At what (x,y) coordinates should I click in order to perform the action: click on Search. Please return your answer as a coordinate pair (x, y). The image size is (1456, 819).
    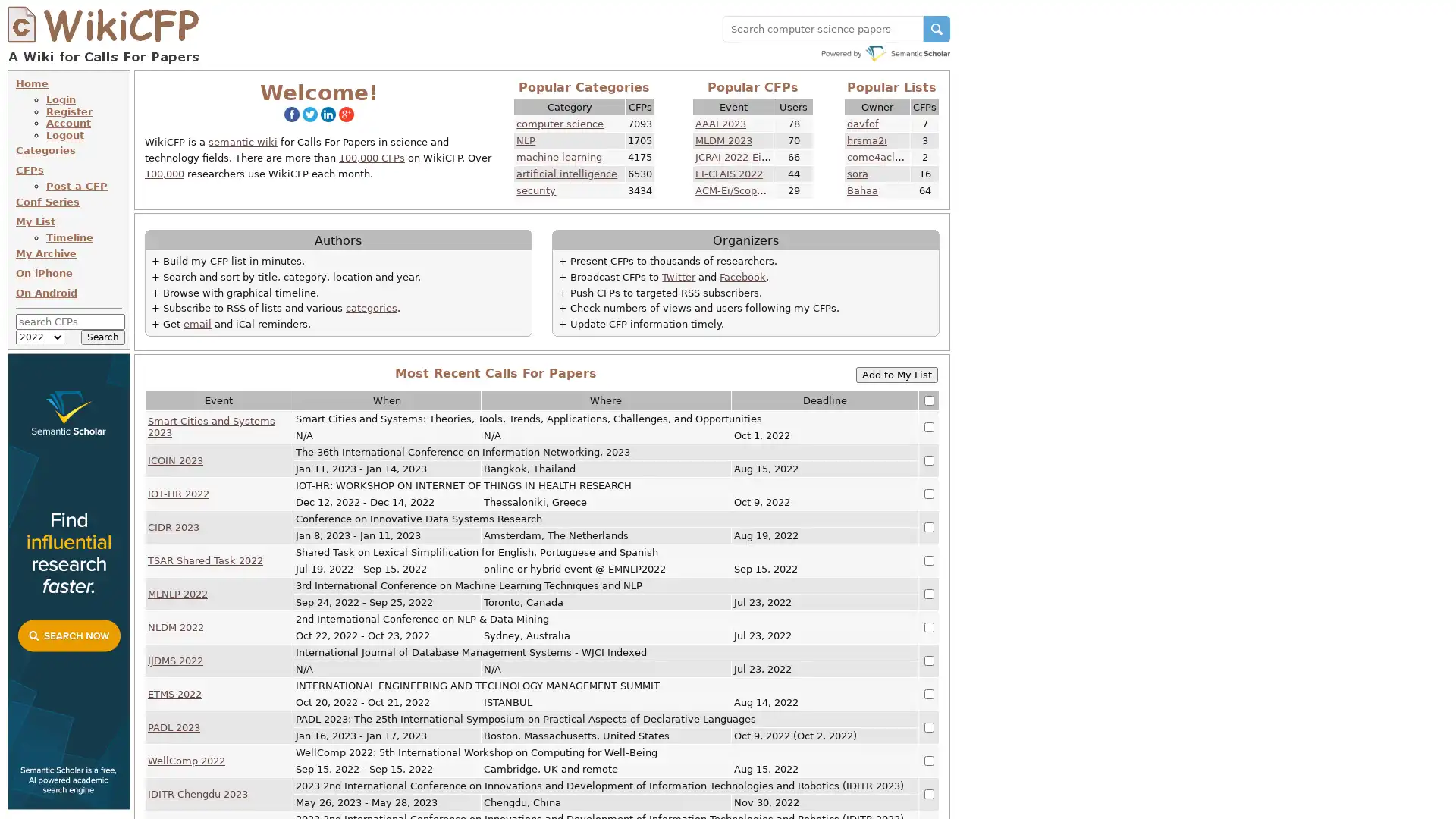
    Looking at the image, I should click on (102, 335).